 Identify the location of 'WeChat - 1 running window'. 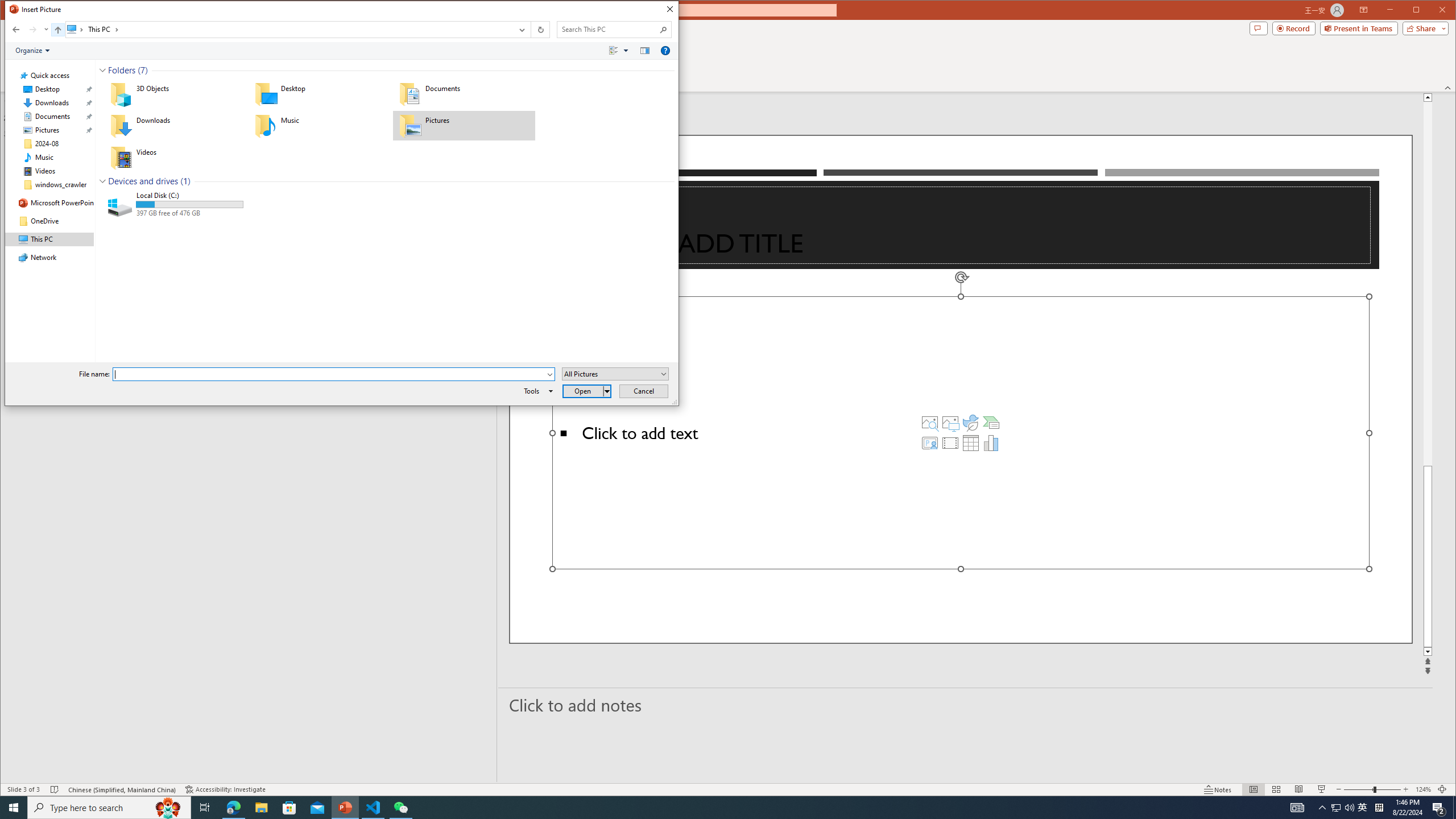
(401, 806).